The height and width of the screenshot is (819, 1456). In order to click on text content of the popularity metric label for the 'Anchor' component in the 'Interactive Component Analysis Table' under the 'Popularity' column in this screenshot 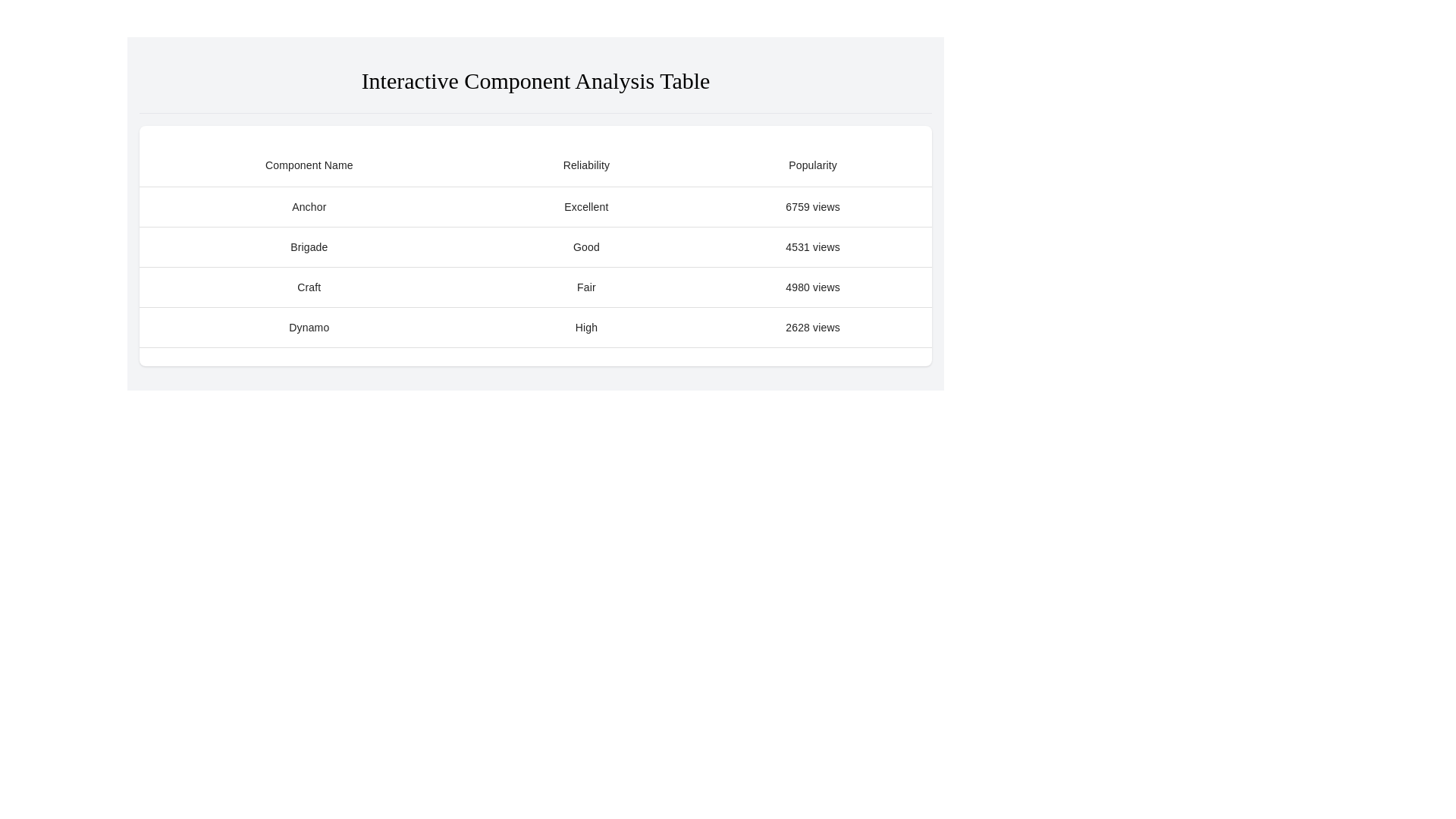, I will do `click(812, 207)`.